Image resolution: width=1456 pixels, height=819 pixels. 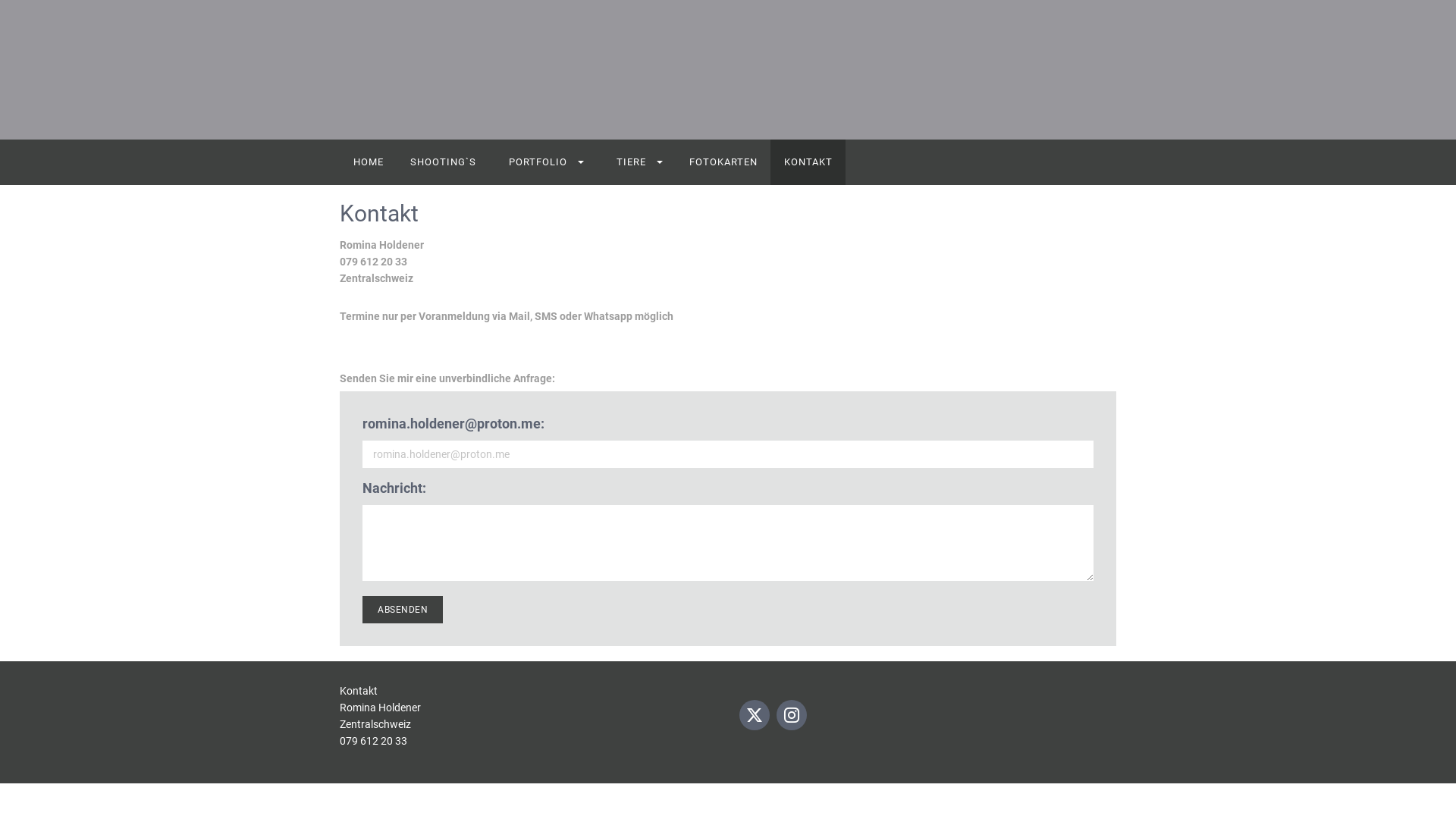 What do you see at coordinates (722, 162) in the screenshot?
I see `'FOTOKARTEN'` at bounding box center [722, 162].